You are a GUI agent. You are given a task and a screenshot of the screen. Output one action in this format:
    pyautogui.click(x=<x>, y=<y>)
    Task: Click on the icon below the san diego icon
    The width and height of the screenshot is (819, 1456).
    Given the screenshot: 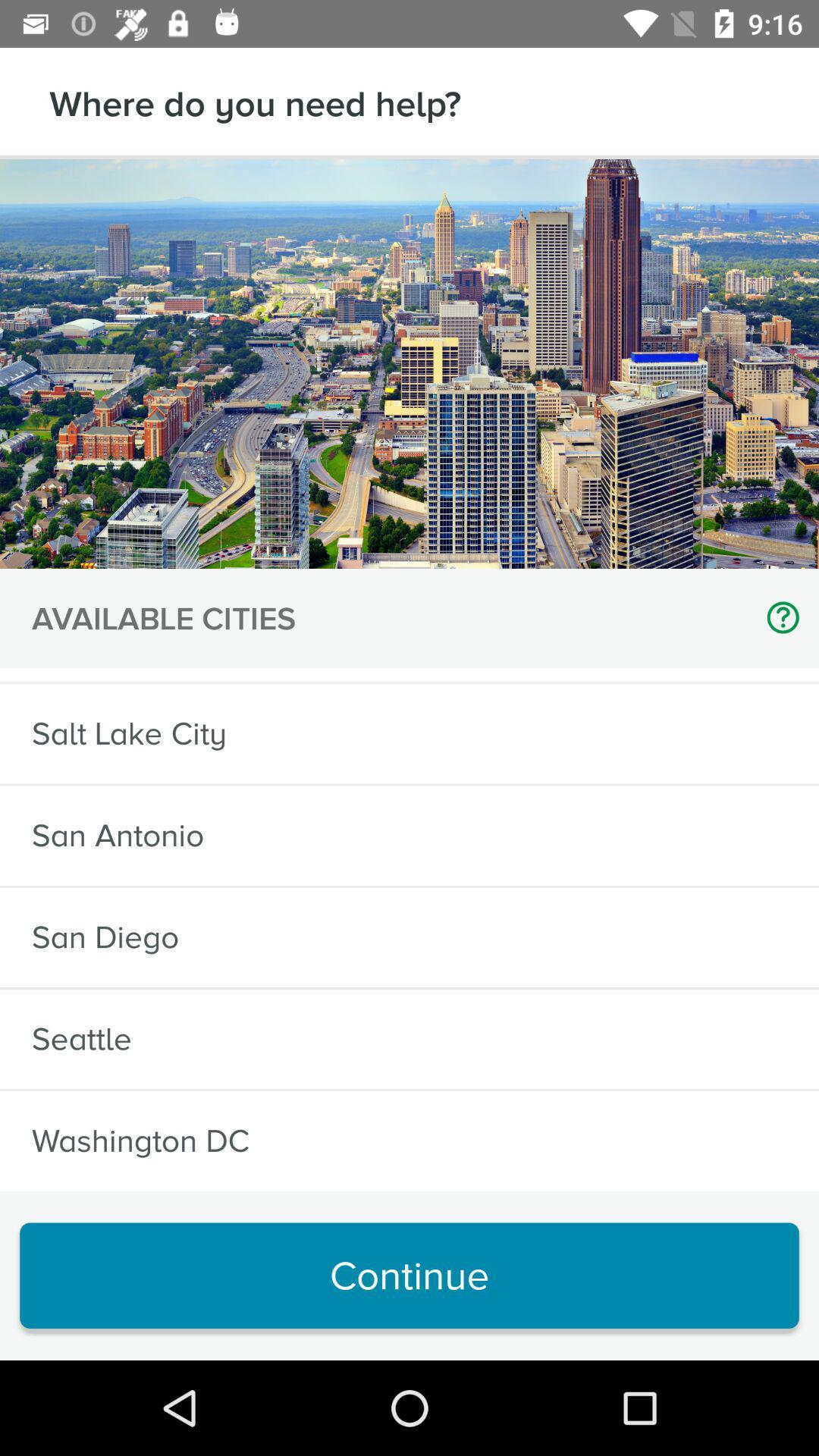 What is the action you would take?
    pyautogui.click(x=82, y=1038)
    